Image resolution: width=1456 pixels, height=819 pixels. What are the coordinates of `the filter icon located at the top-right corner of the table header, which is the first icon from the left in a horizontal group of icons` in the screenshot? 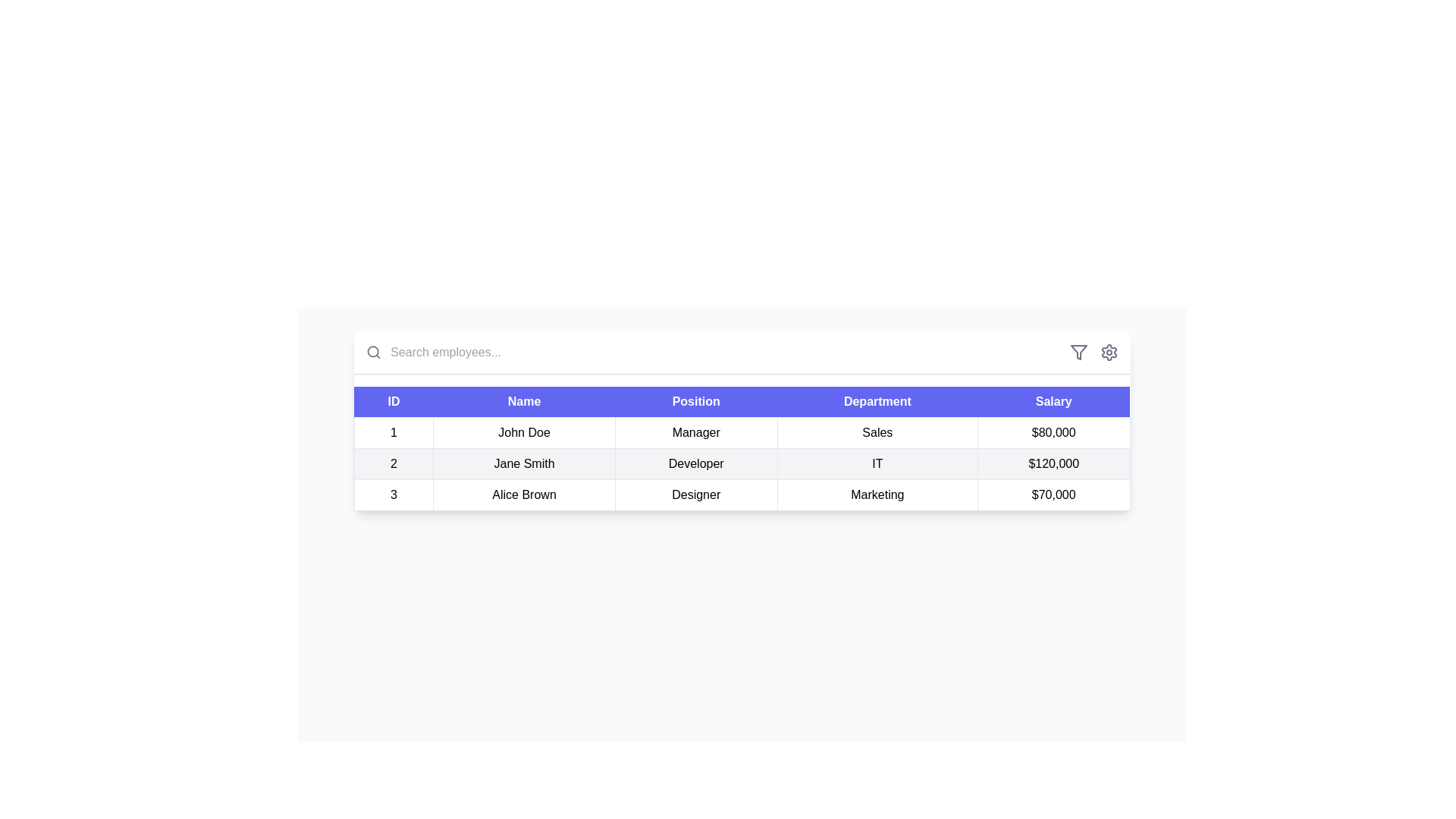 It's located at (1078, 353).